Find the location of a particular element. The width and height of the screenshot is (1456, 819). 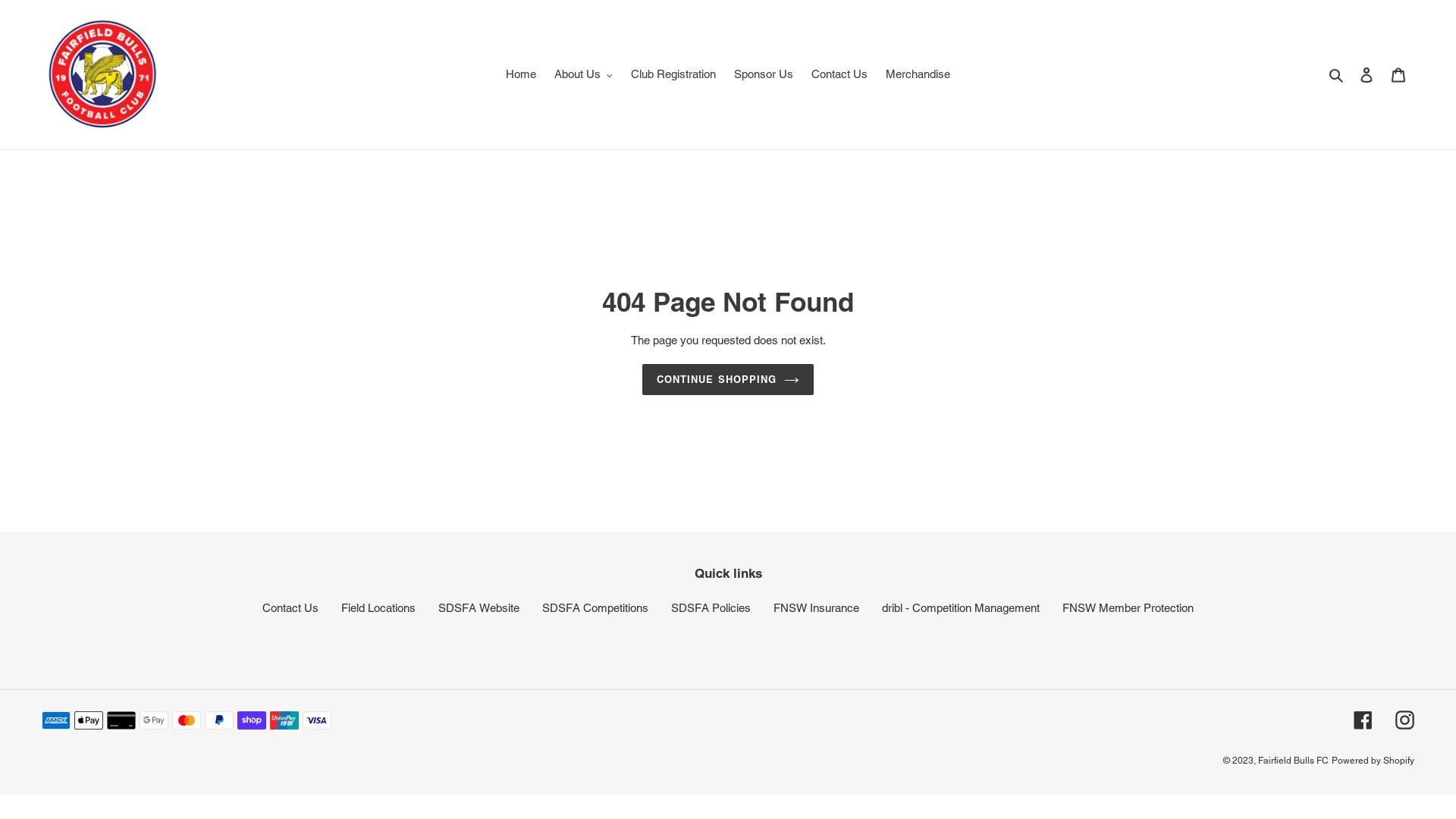

'Merchandise' is located at coordinates (917, 74).